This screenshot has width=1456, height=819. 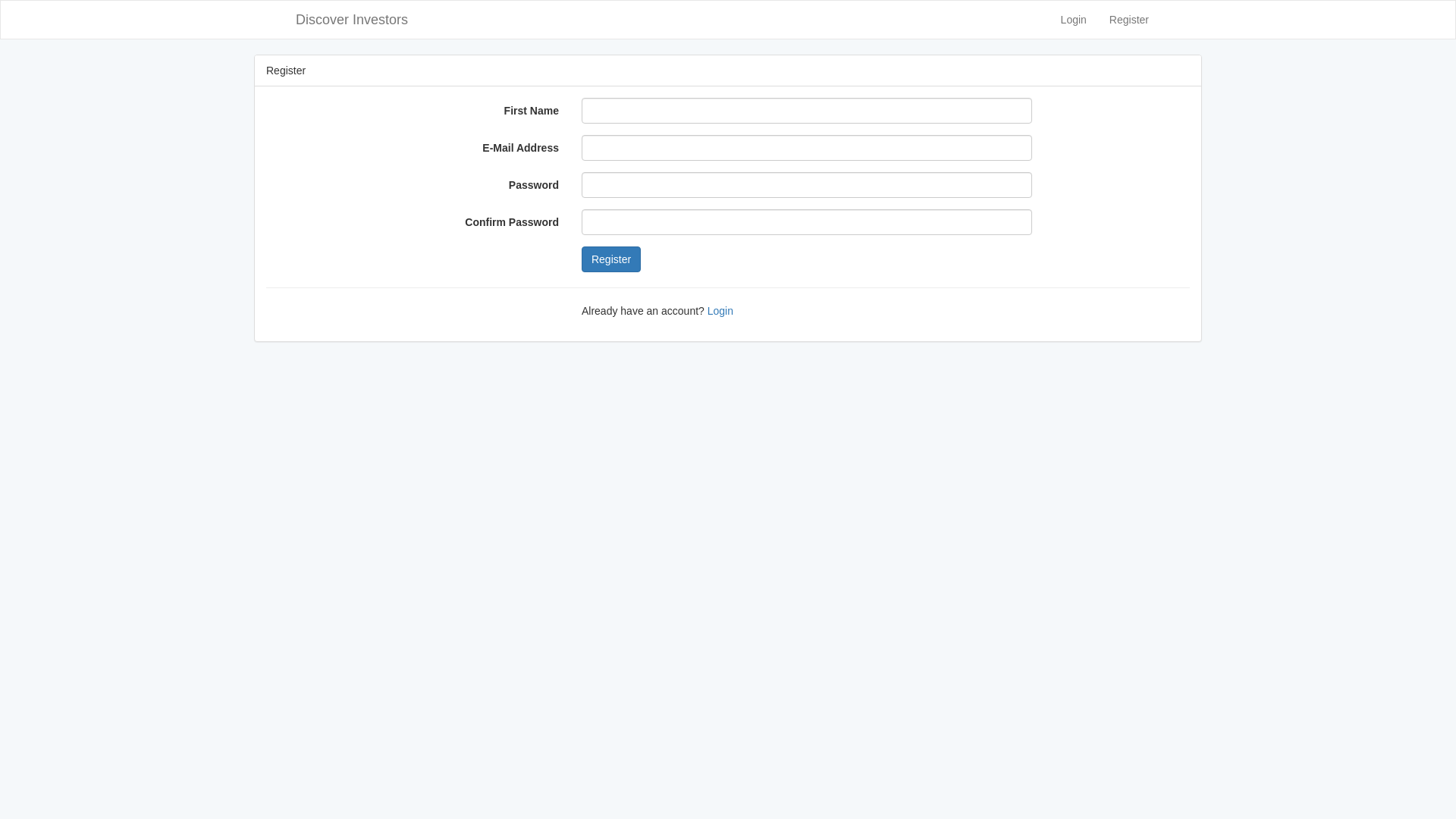 What do you see at coordinates (351, 20) in the screenshot?
I see `'Discover Investors'` at bounding box center [351, 20].